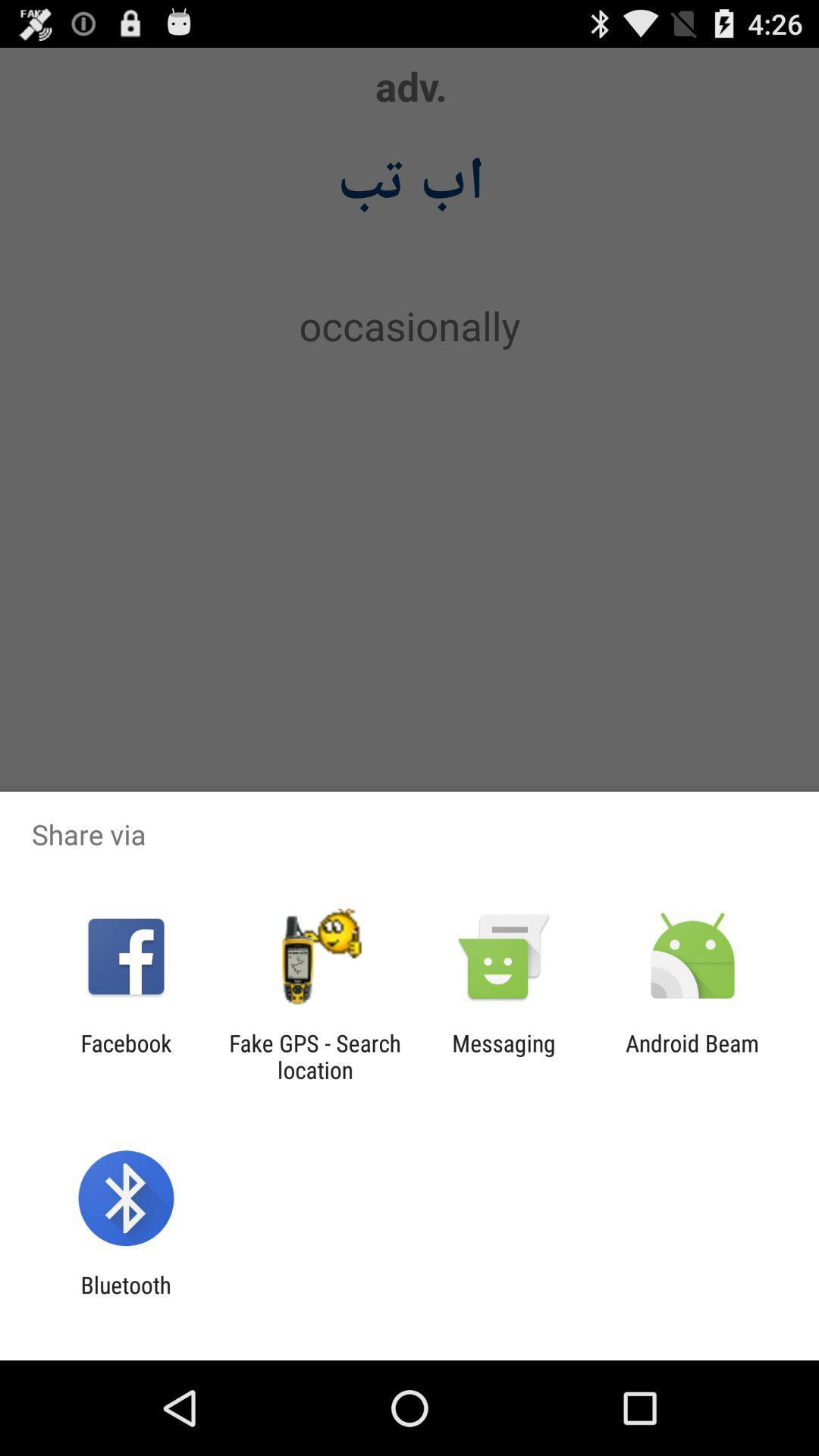  I want to click on the android beam, so click(692, 1056).